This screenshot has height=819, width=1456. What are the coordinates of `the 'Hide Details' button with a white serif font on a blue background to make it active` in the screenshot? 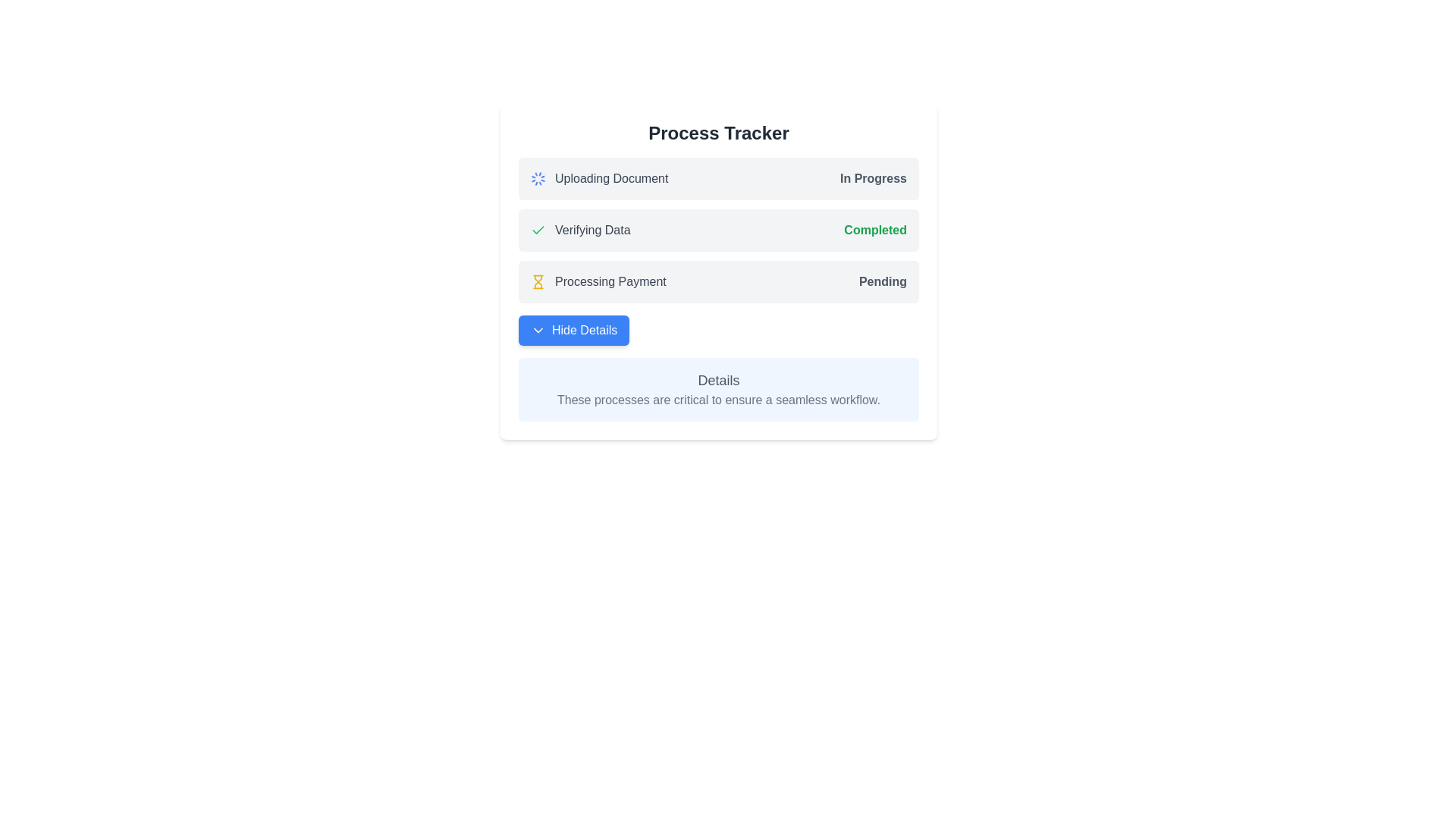 It's located at (573, 329).